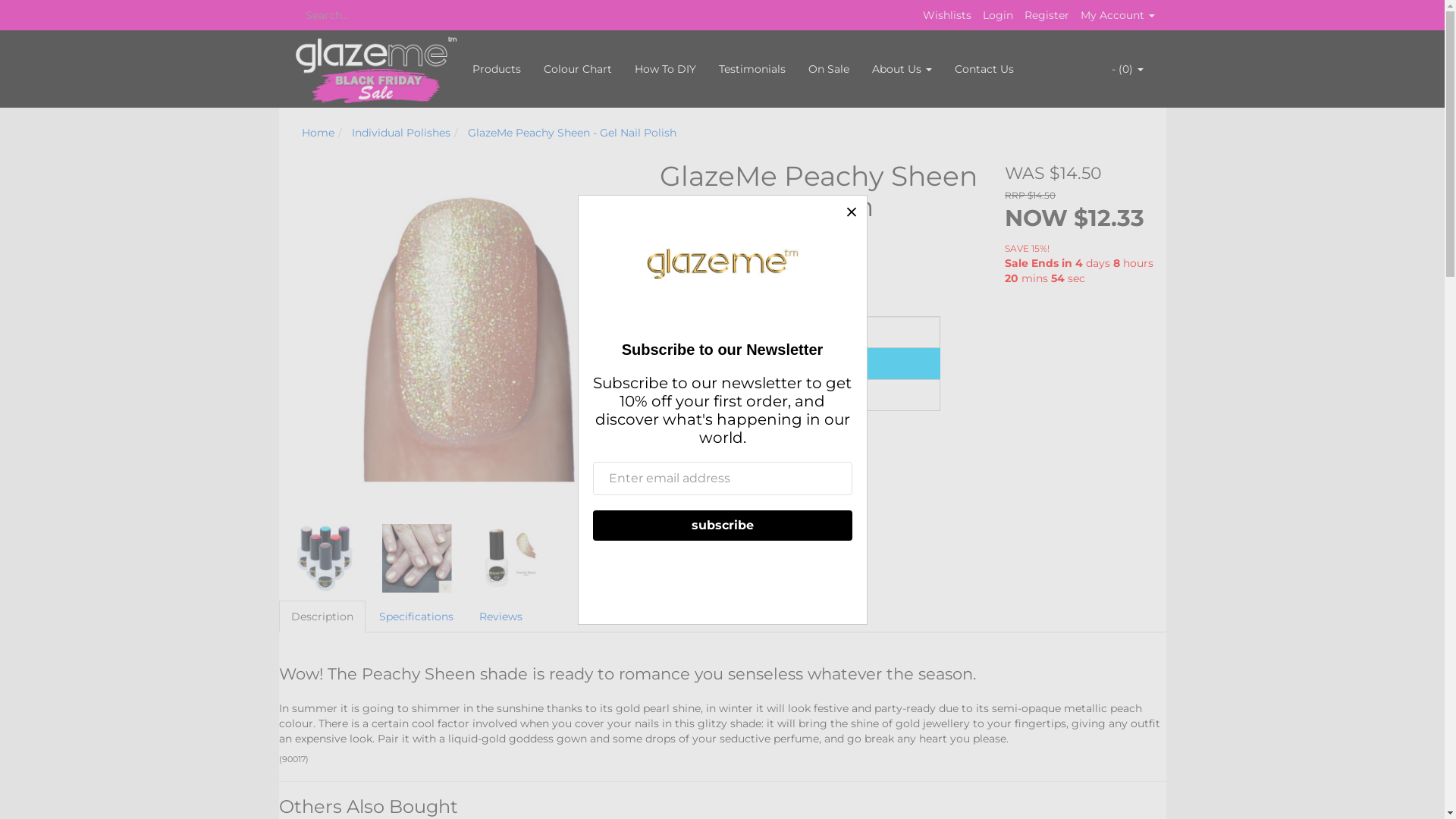 This screenshot has height=819, width=1456. I want to click on 'Large View', so click(382, 558).